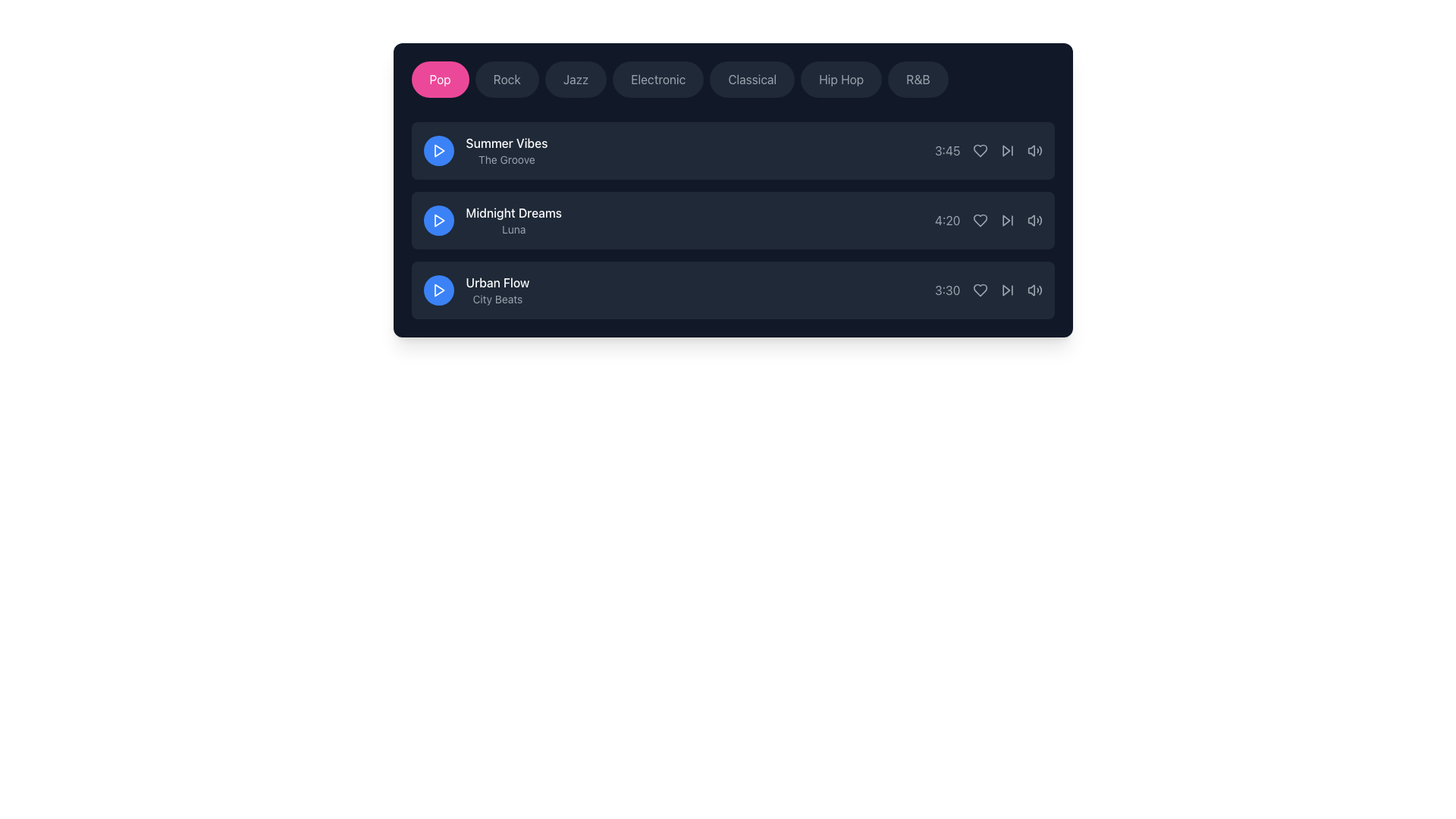 The width and height of the screenshot is (1456, 819). What do you see at coordinates (980, 151) in the screenshot?
I see `the 'like' icon located at the far-right end of the first song entry` at bounding box center [980, 151].